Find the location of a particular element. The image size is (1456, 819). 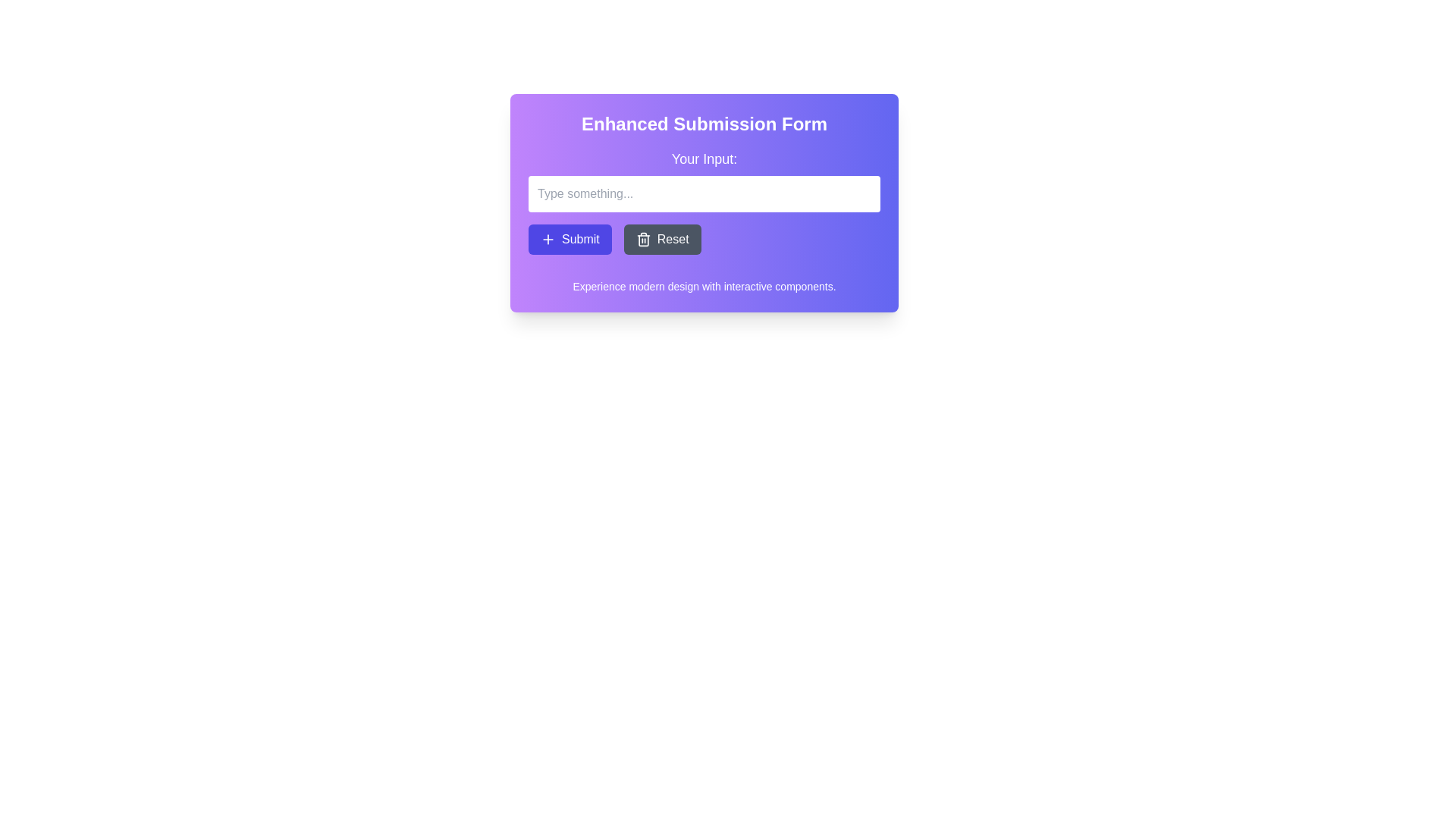

text displayed in the Text Header that says 'Enhanced Submission Form', which is in bold and large font at the top of the card with a purple gradient background is located at coordinates (704, 124).